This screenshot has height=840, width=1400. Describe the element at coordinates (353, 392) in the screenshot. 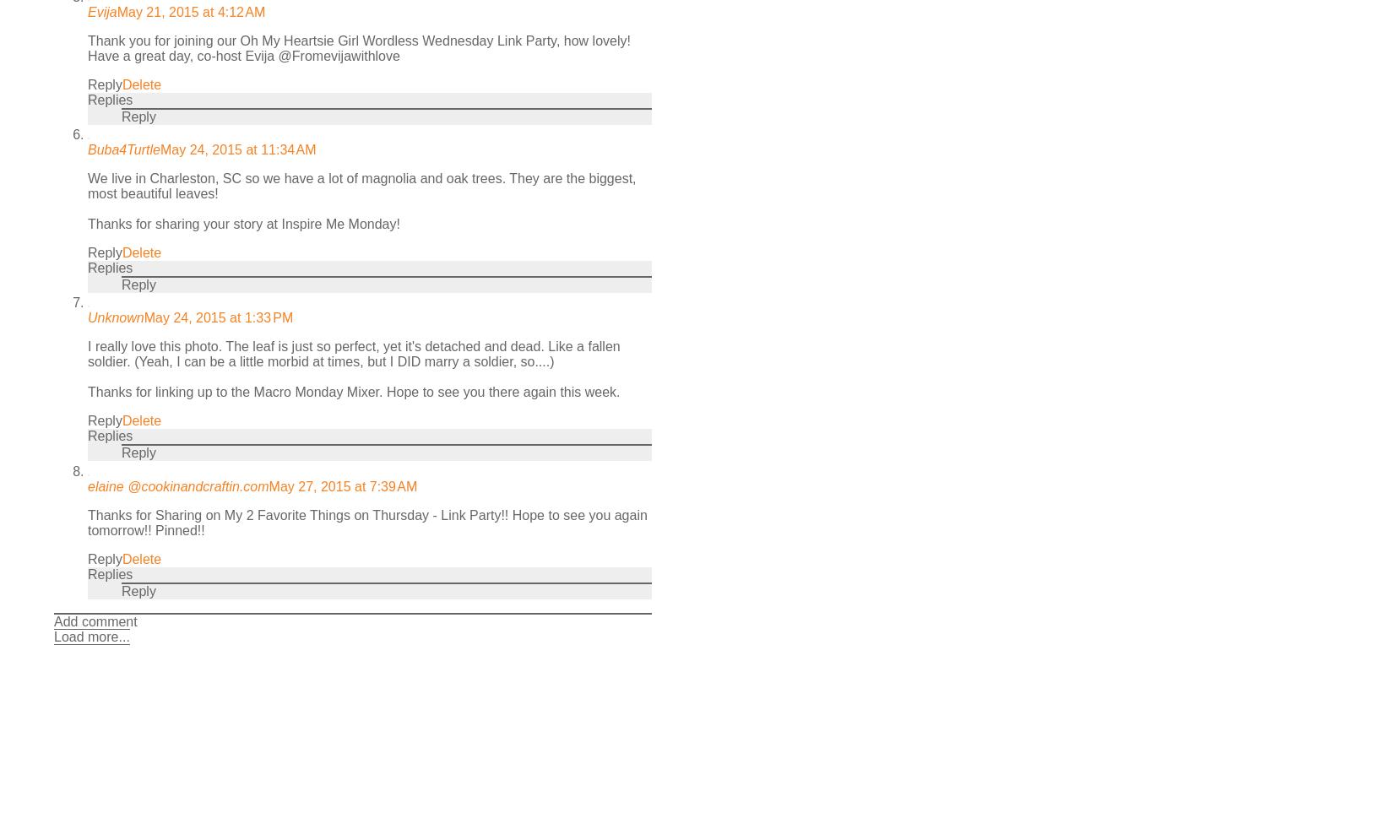

I see `'Thanks for linking up to the Macro Monday Mixer. Hope to see you there again this week.'` at that location.